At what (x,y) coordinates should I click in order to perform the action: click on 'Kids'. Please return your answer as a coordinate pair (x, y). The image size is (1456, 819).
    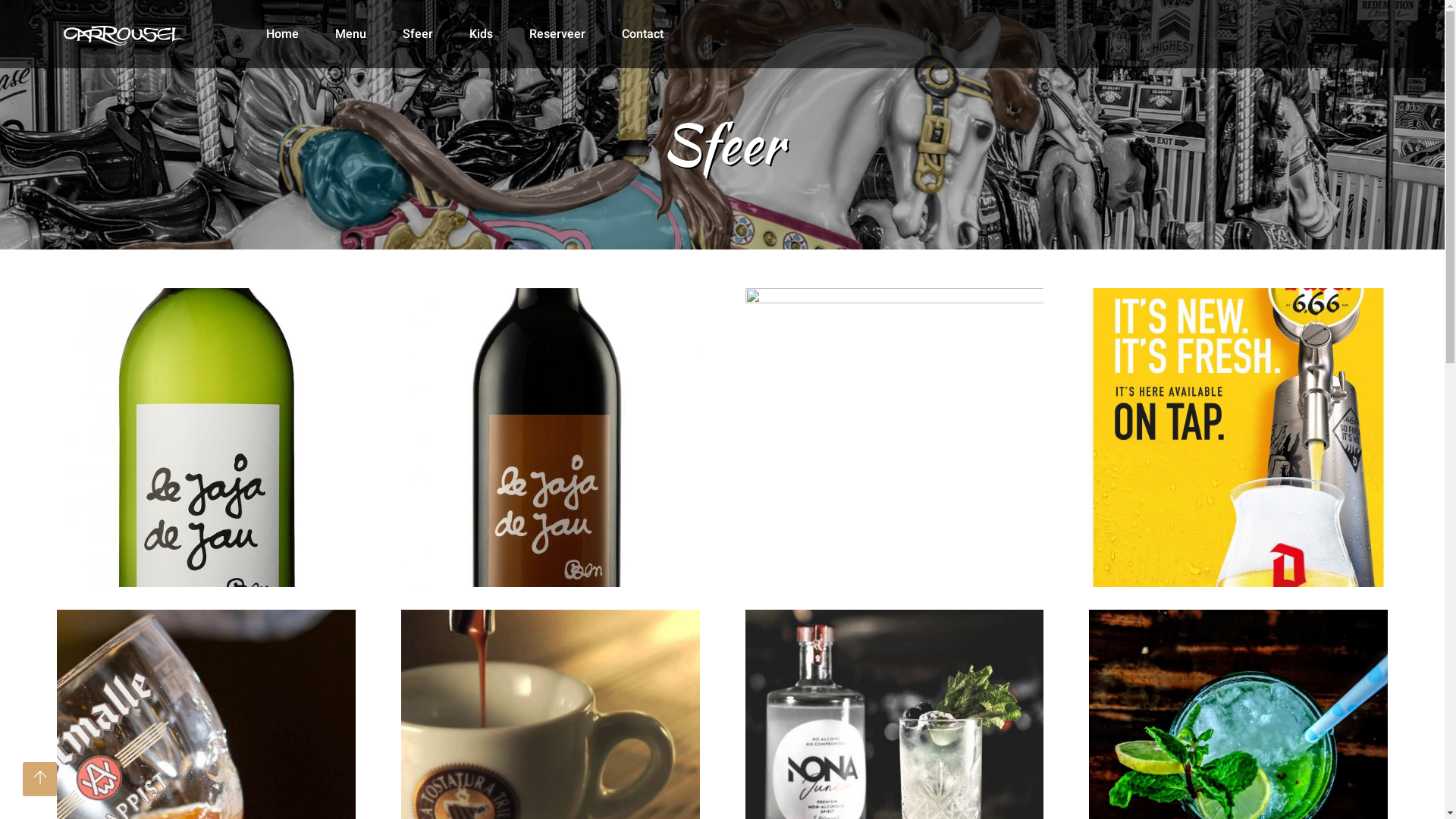
    Looking at the image, I should click on (480, 34).